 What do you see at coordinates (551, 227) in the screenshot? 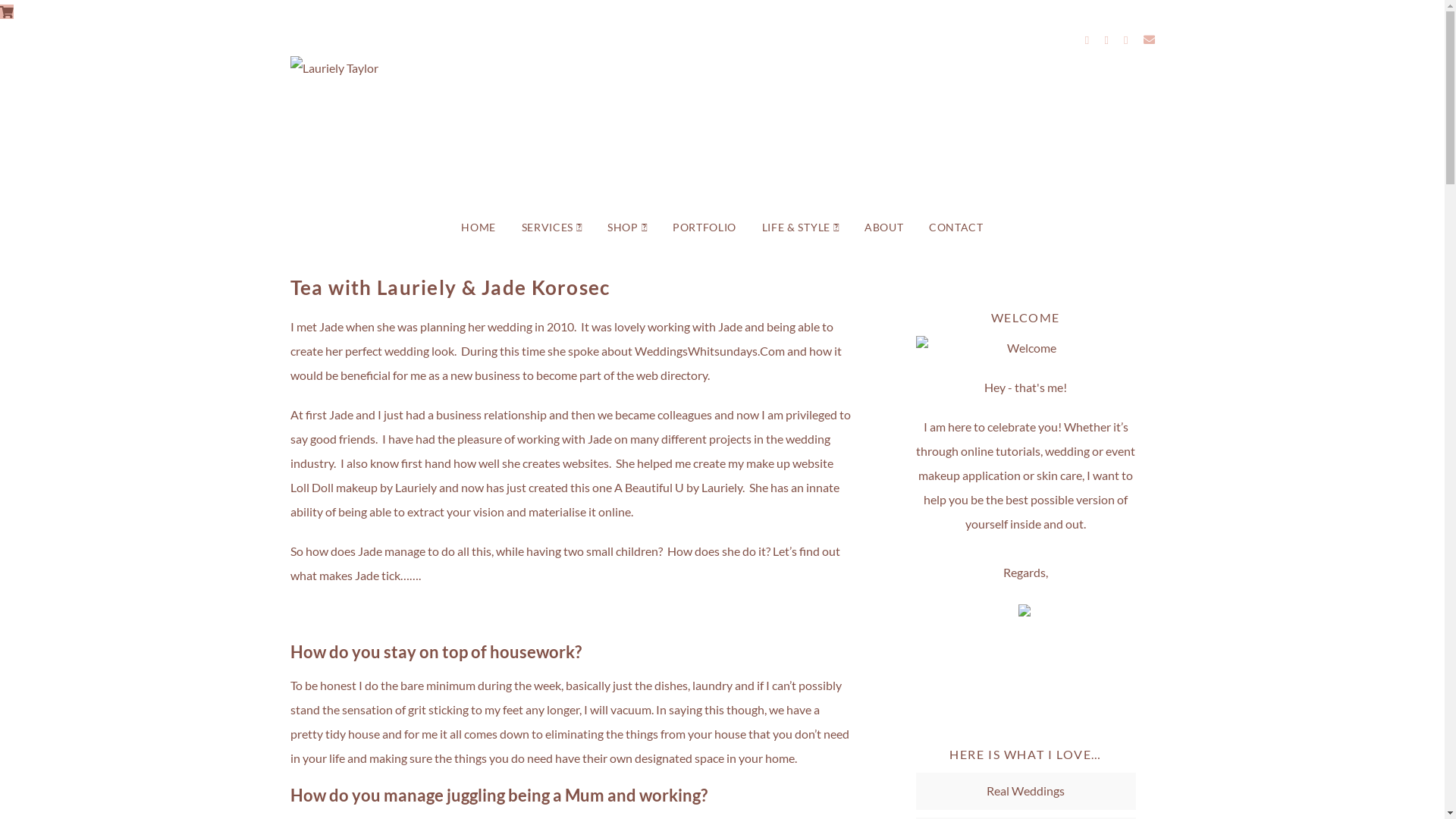
I see `'SERVICES'` at bounding box center [551, 227].